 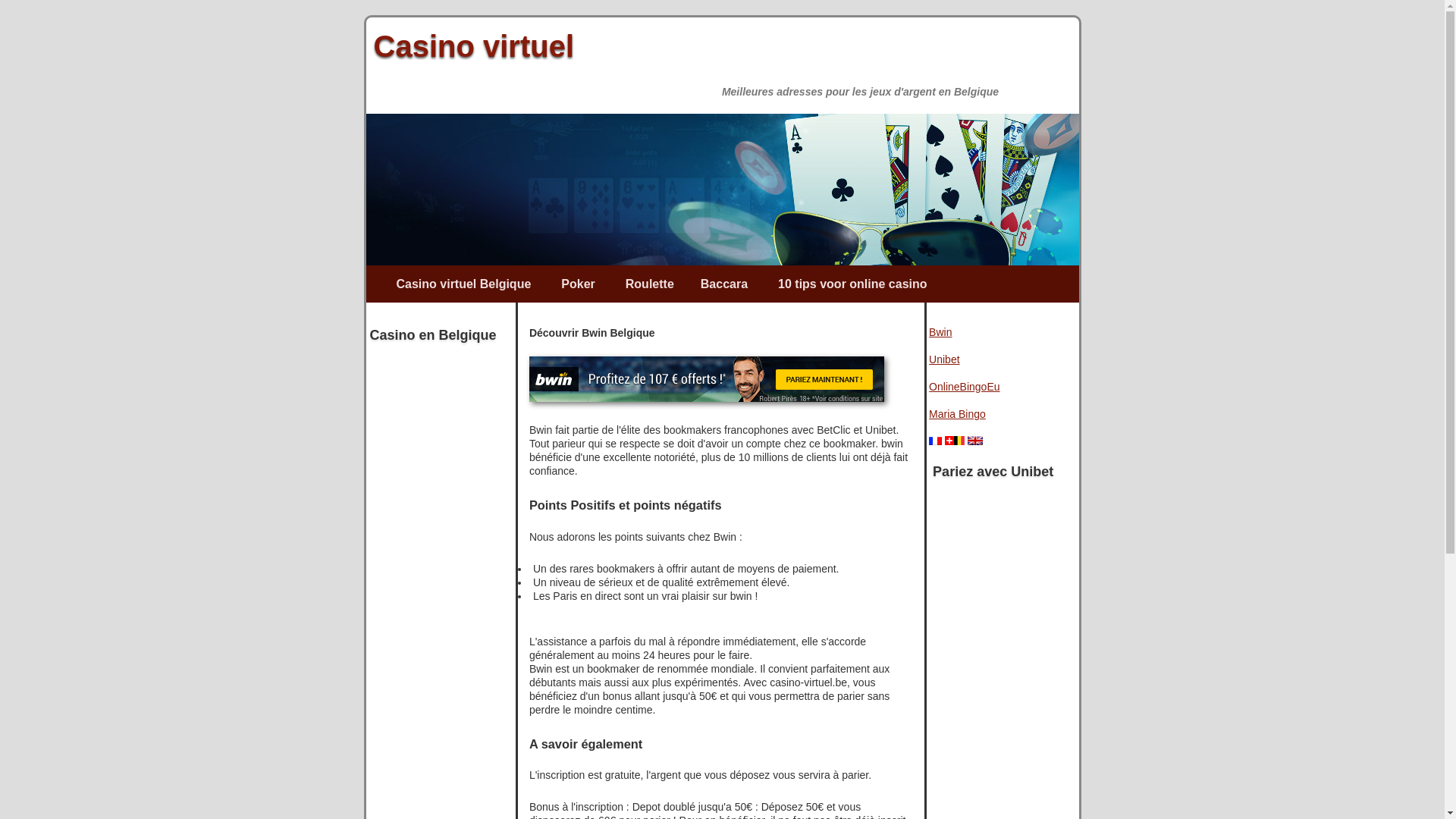 What do you see at coordinates (472, 45) in the screenshot?
I see `'Casino virtuel'` at bounding box center [472, 45].